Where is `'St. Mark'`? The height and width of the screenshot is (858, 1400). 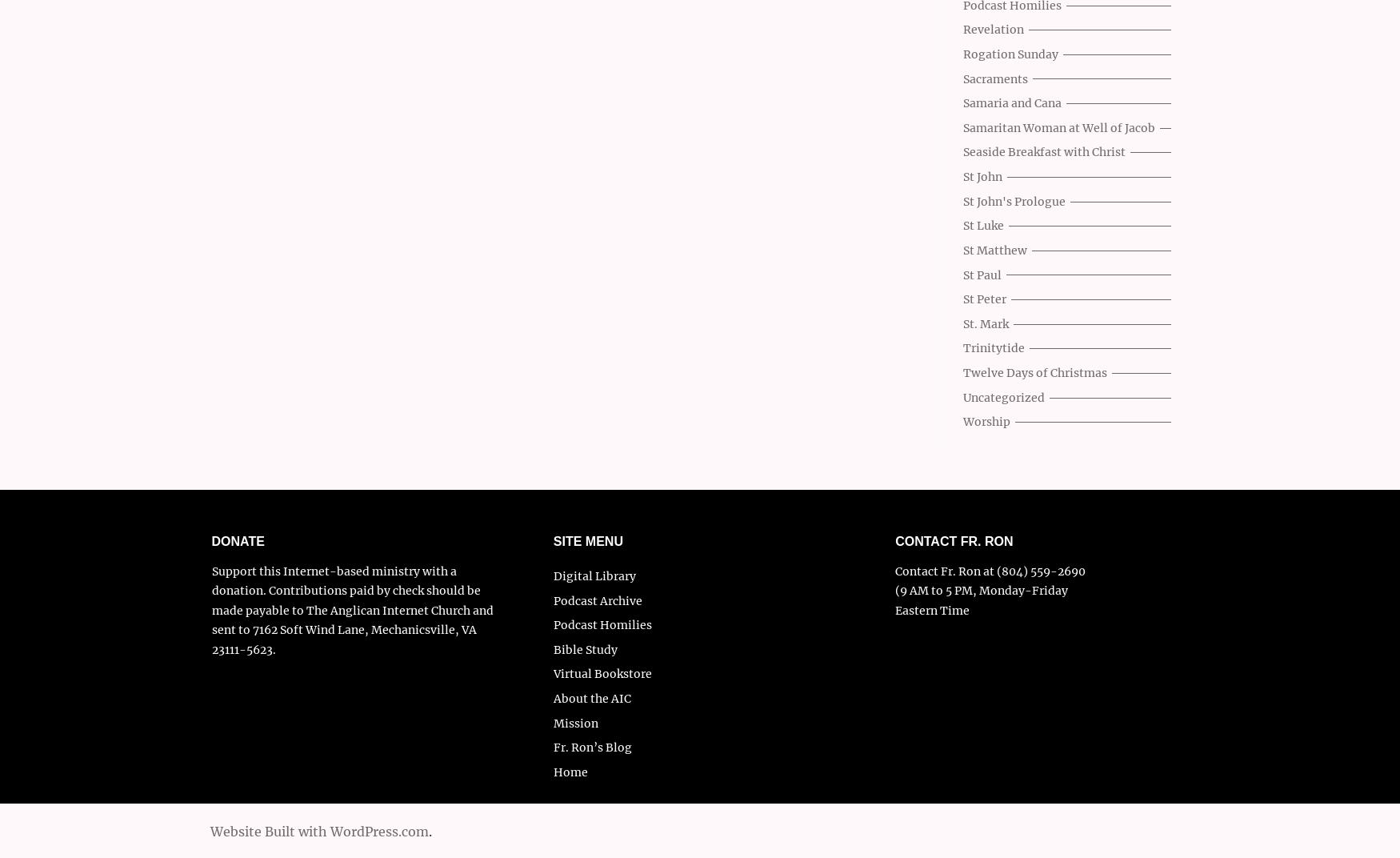 'St. Mark' is located at coordinates (986, 323).